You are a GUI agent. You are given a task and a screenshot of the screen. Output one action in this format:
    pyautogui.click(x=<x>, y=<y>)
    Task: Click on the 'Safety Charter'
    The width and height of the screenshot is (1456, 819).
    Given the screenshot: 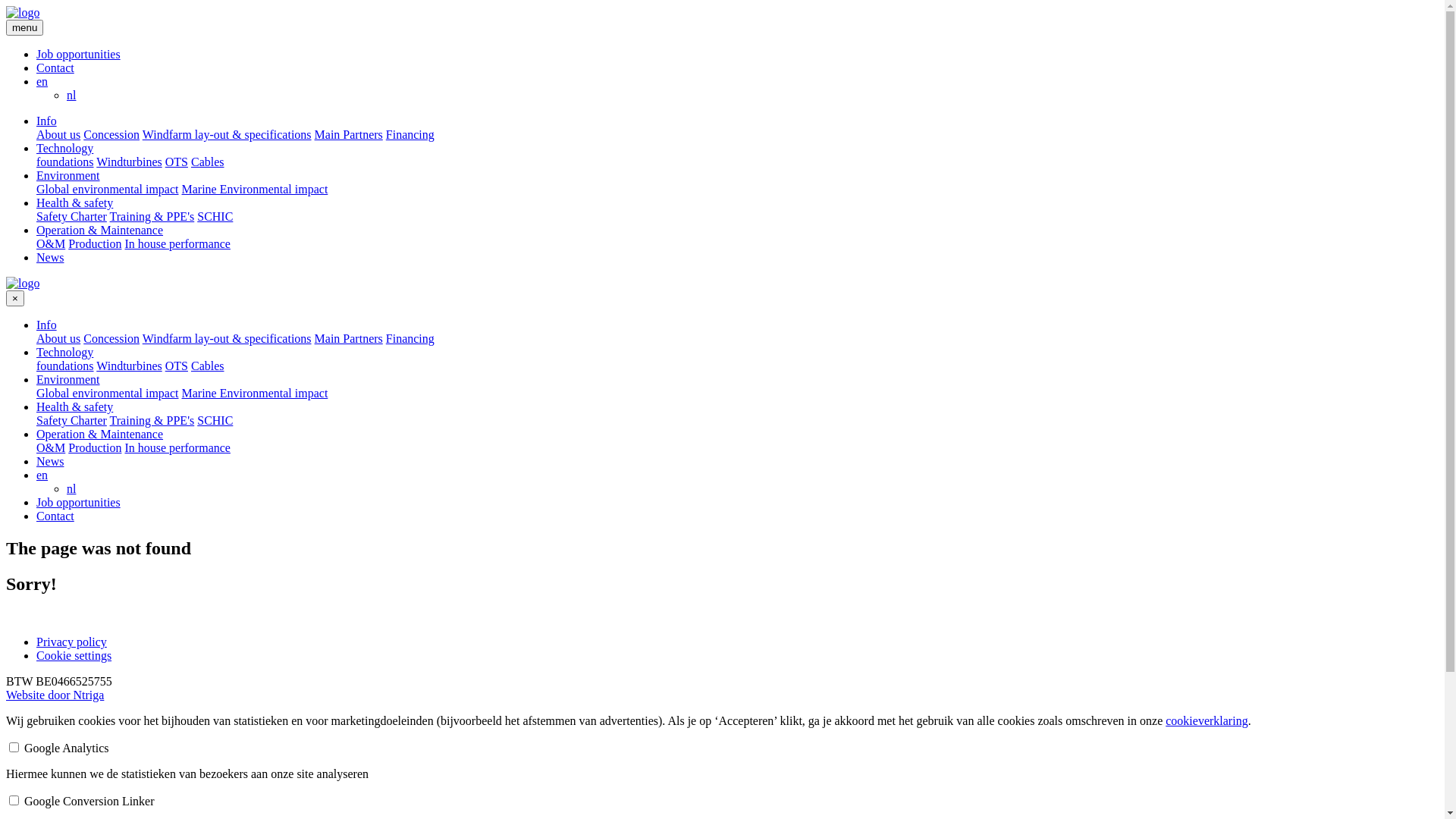 What is the action you would take?
    pyautogui.click(x=71, y=420)
    